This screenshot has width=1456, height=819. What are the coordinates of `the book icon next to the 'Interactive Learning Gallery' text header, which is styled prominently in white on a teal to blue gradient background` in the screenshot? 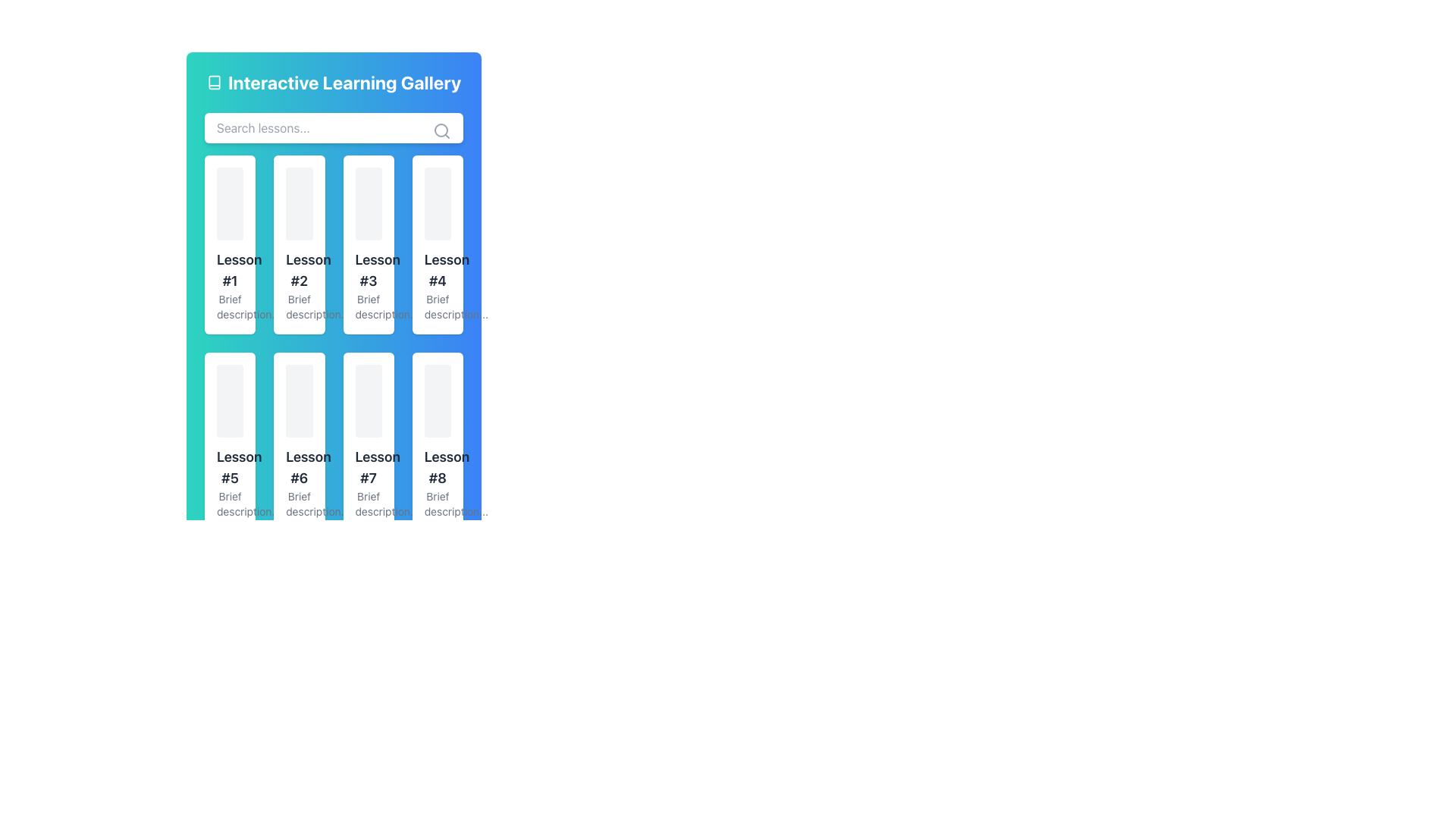 It's located at (333, 82).